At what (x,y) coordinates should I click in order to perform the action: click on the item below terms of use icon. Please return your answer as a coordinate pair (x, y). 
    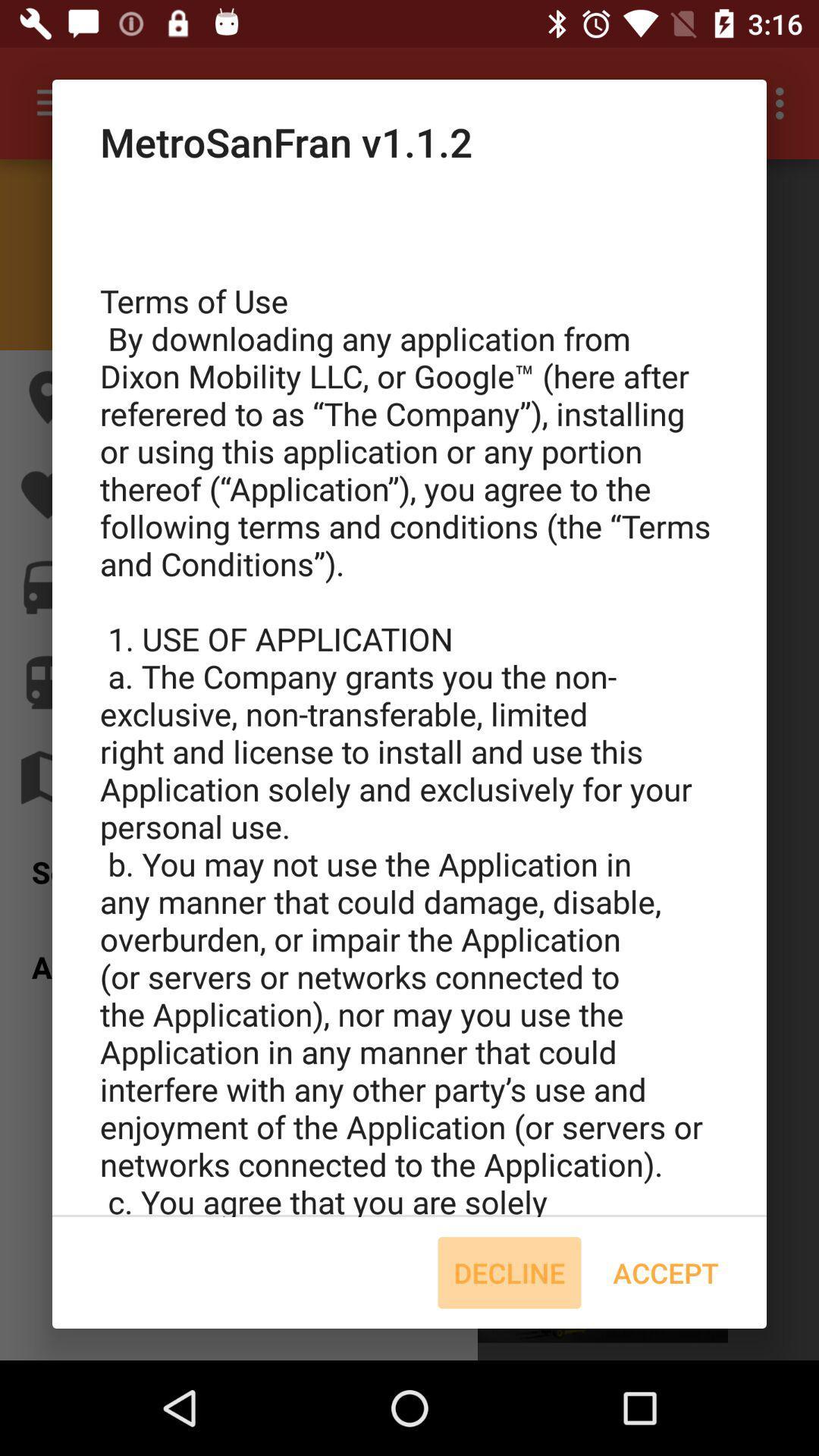
    Looking at the image, I should click on (509, 1272).